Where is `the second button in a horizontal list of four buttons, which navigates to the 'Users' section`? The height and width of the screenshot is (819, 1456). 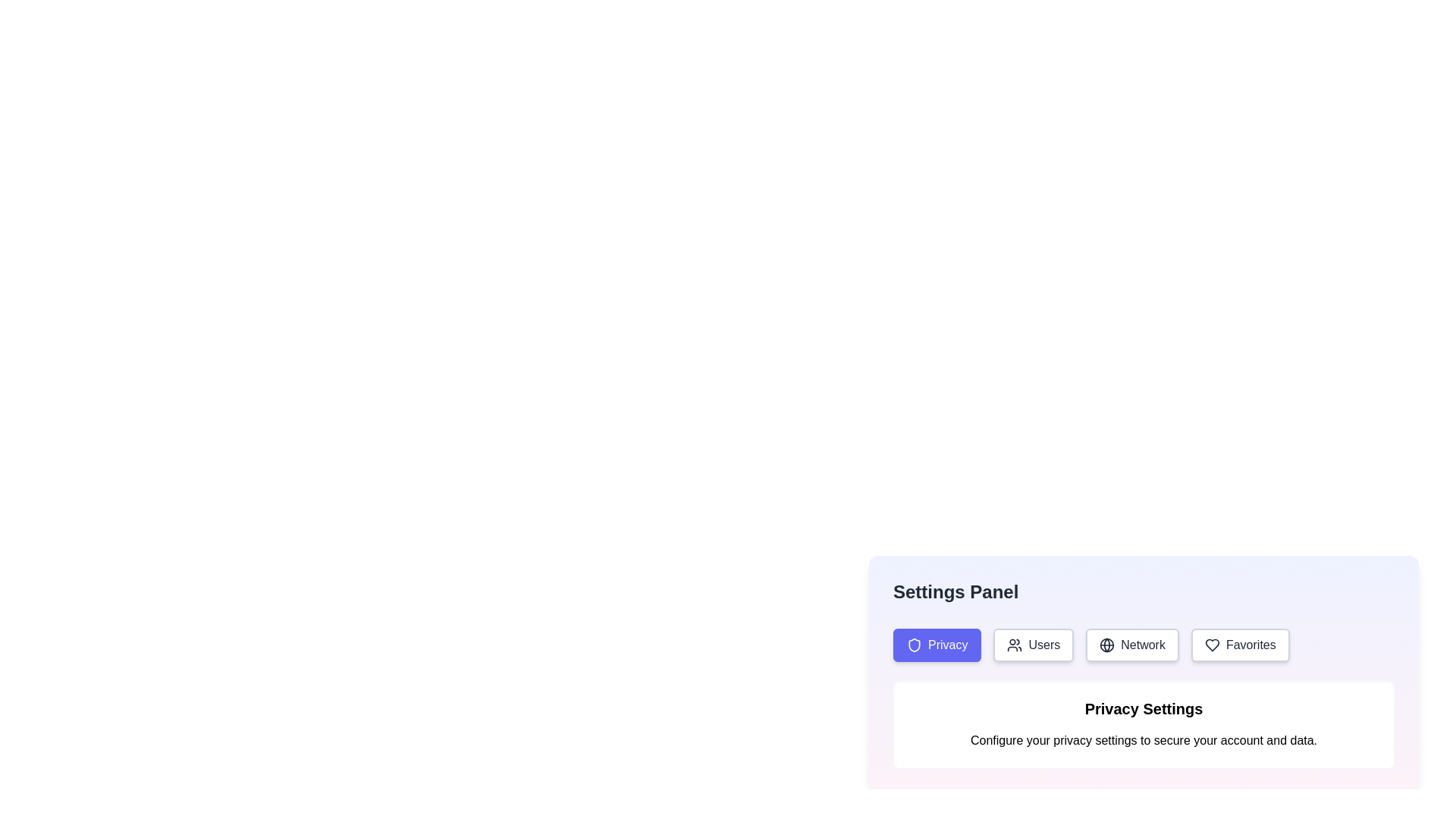
the second button in a horizontal list of four buttons, which navigates to the 'Users' section is located at coordinates (1033, 645).